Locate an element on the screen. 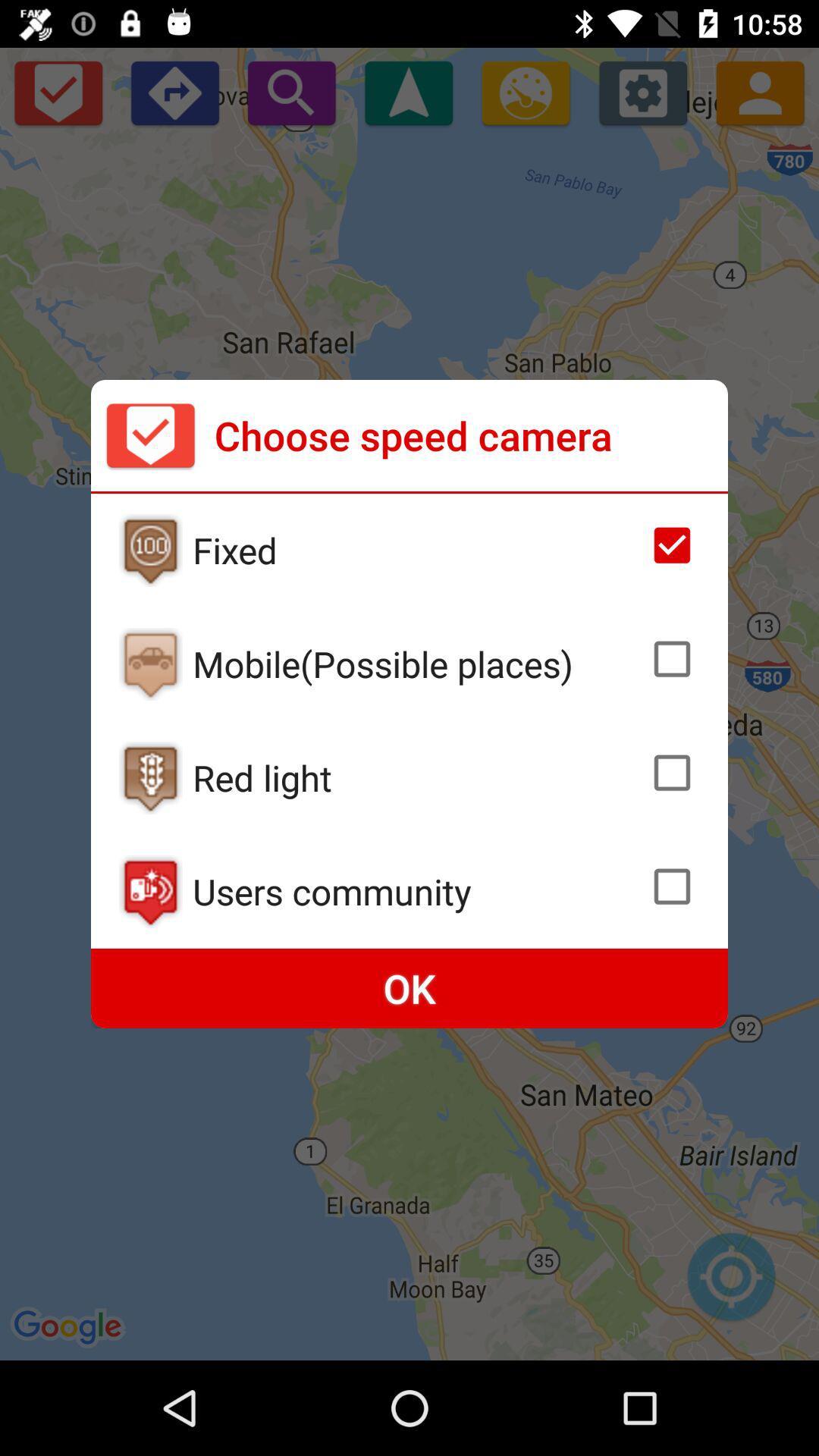 The height and width of the screenshot is (1456, 819). the red light icon is located at coordinates (416, 777).